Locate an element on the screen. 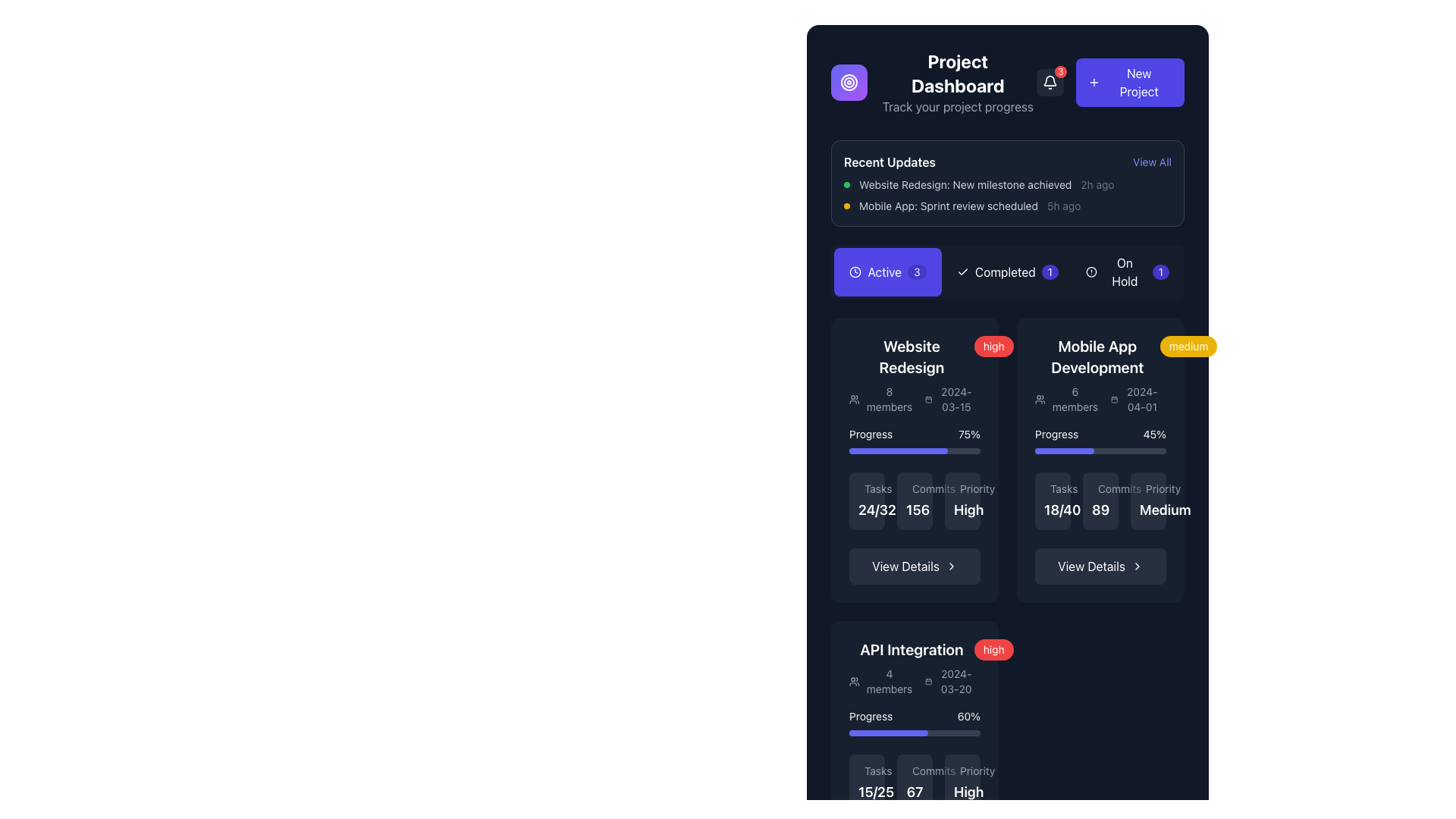 The image size is (1456, 819). the date label displaying '2024-03-15' in the top-right corner of the 'Website Redesign' card, which is aligned with a small calendar icon to its left is located at coordinates (949, 399).